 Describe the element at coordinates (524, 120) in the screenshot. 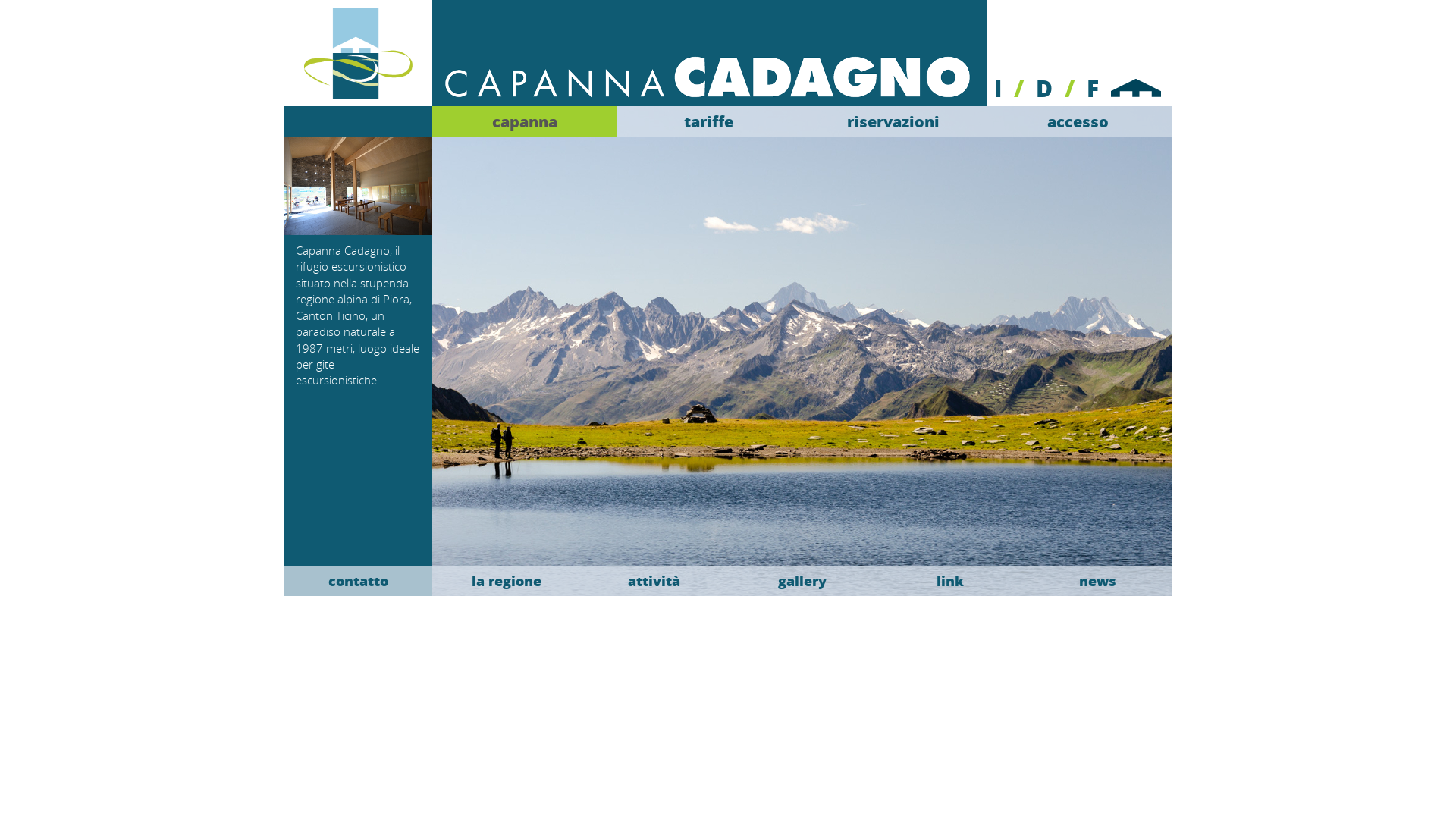

I see `'capanna'` at that location.